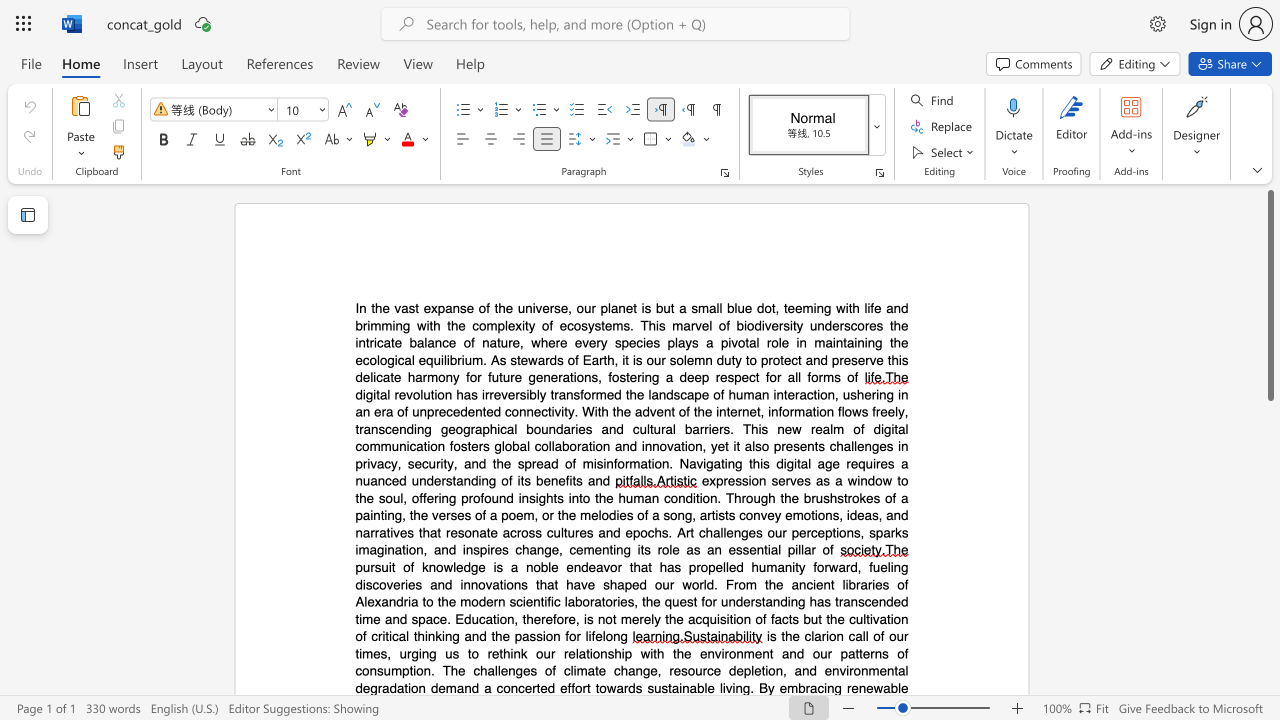 The height and width of the screenshot is (720, 1280). I want to click on the scrollbar on the right to move the page downward, so click(1269, 608).